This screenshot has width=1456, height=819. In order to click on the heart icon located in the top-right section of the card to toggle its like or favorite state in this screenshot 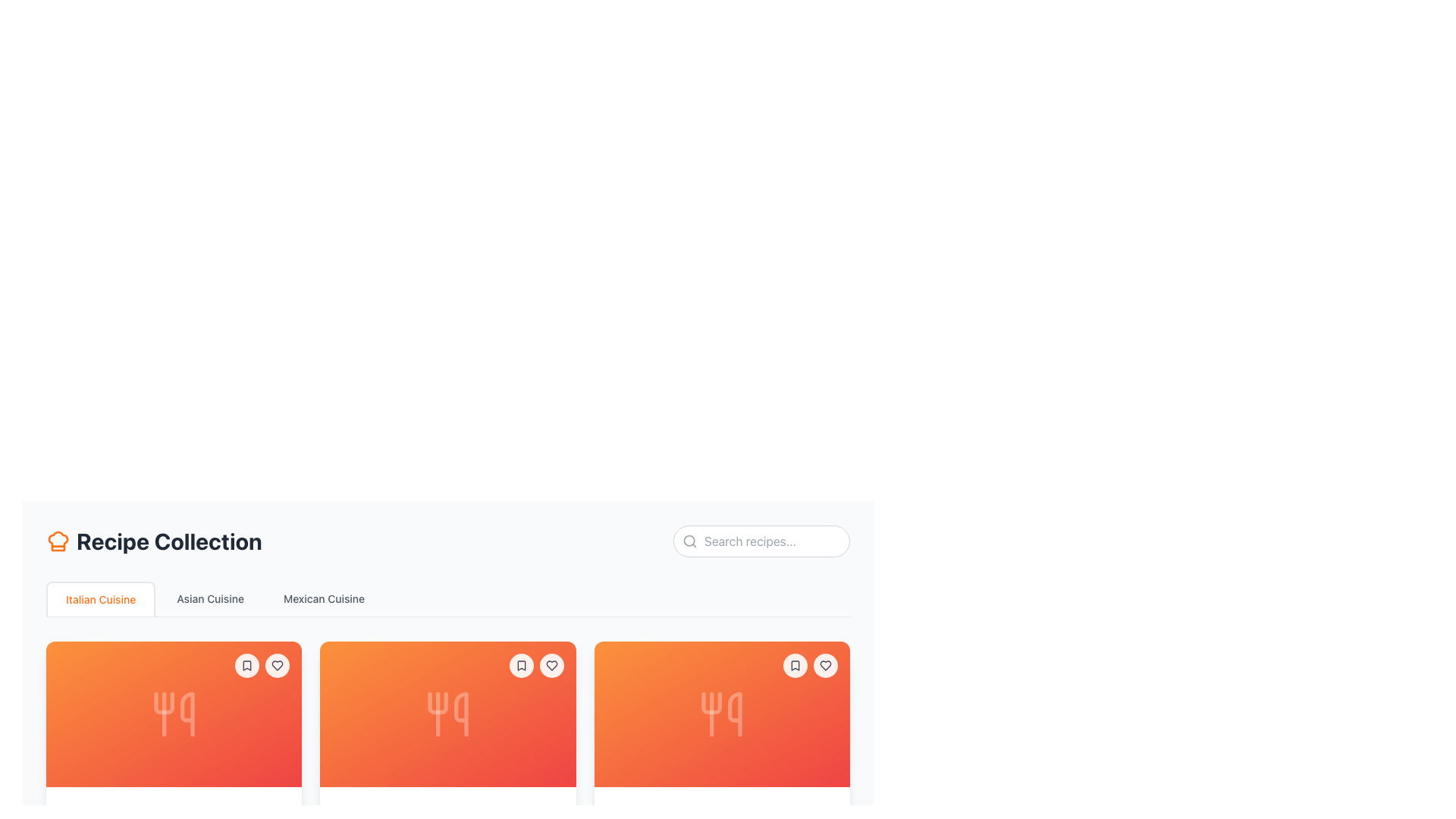, I will do `click(278, 665)`.